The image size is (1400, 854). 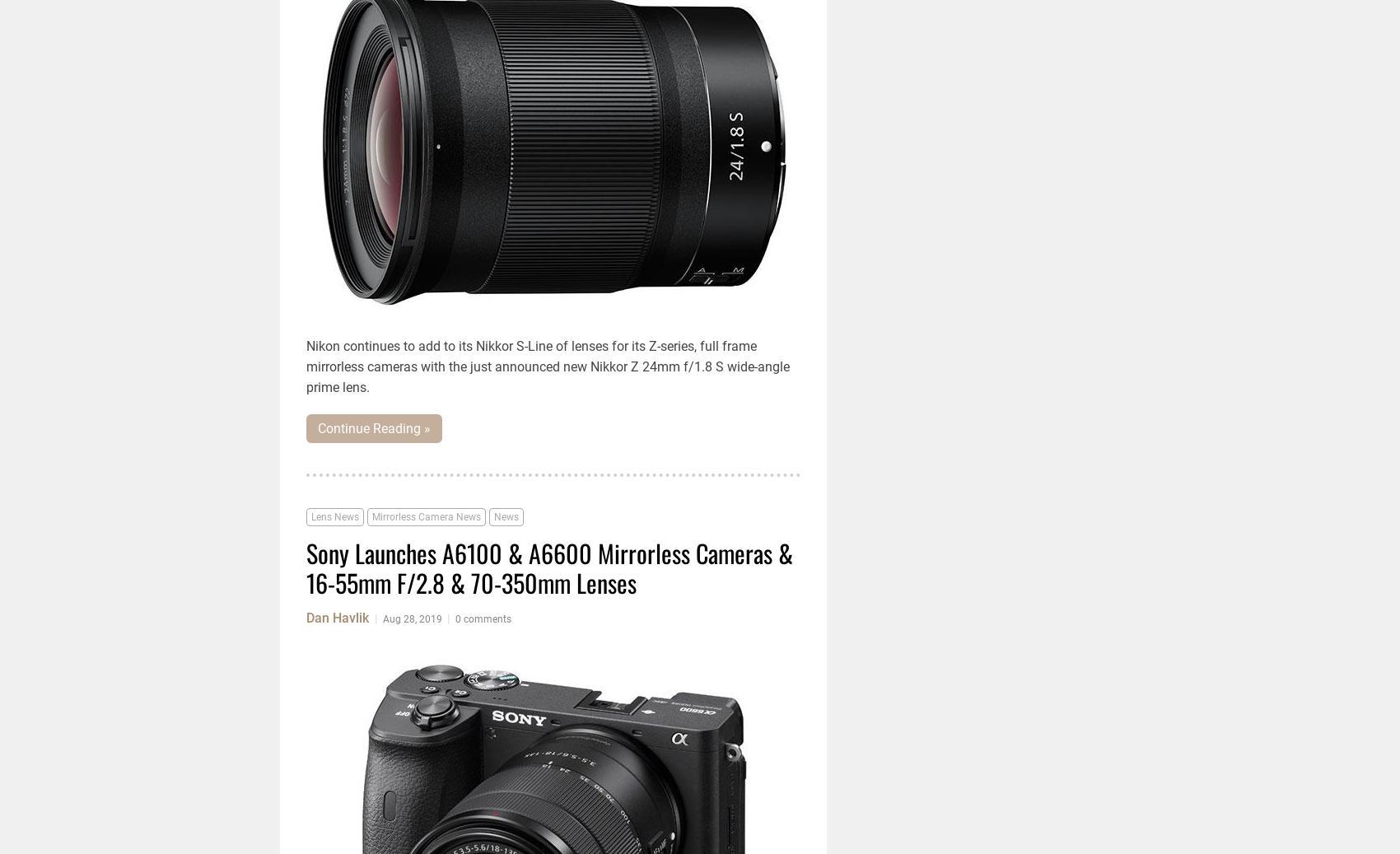 What do you see at coordinates (426, 517) in the screenshot?
I see `'Mirrorless Camera News'` at bounding box center [426, 517].